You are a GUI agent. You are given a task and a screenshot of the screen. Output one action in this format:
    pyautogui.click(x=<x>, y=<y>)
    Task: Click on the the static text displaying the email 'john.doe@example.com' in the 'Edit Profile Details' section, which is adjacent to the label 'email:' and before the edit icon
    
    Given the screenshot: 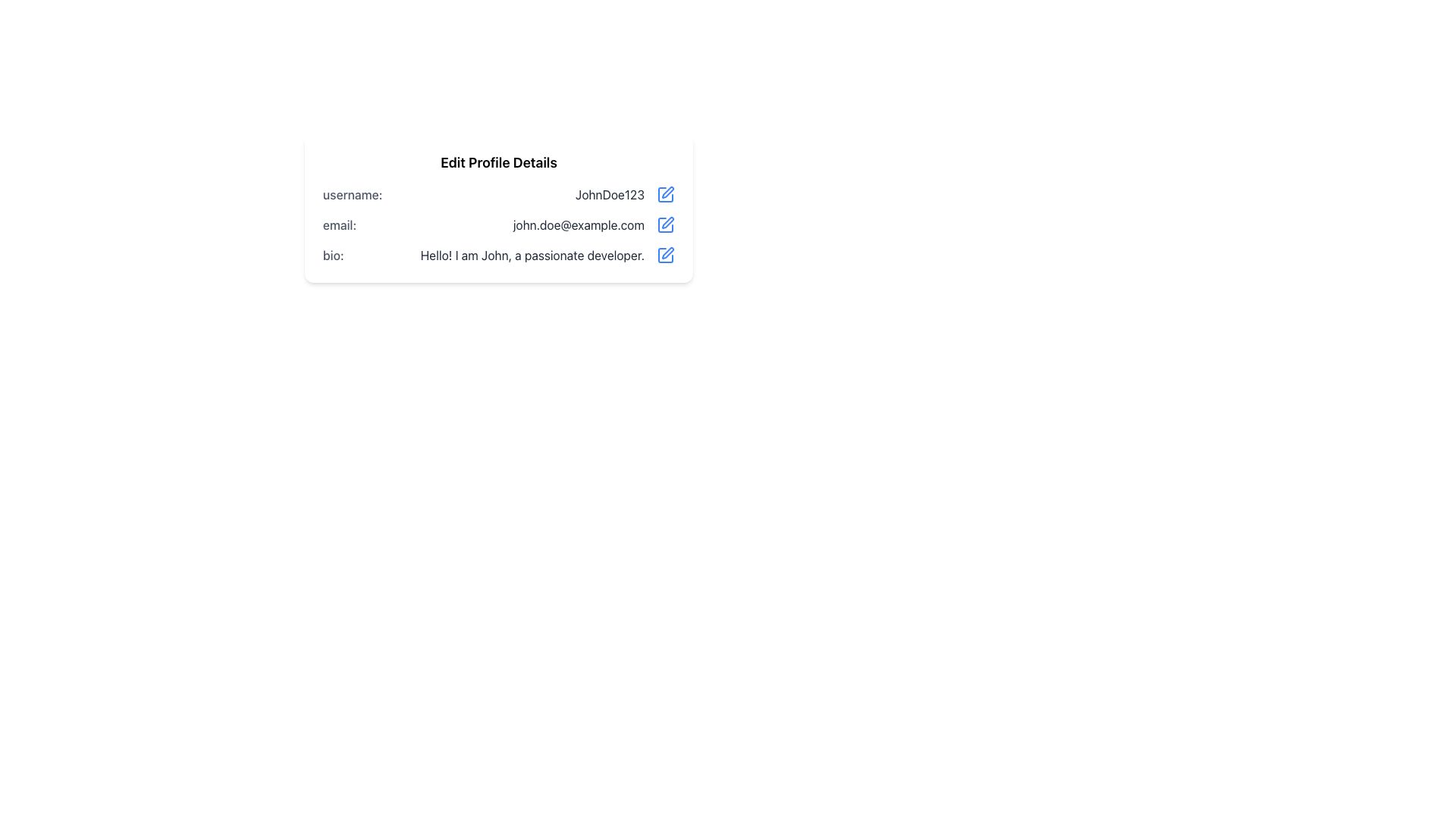 What is the action you would take?
    pyautogui.click(x=578, y=225)
    